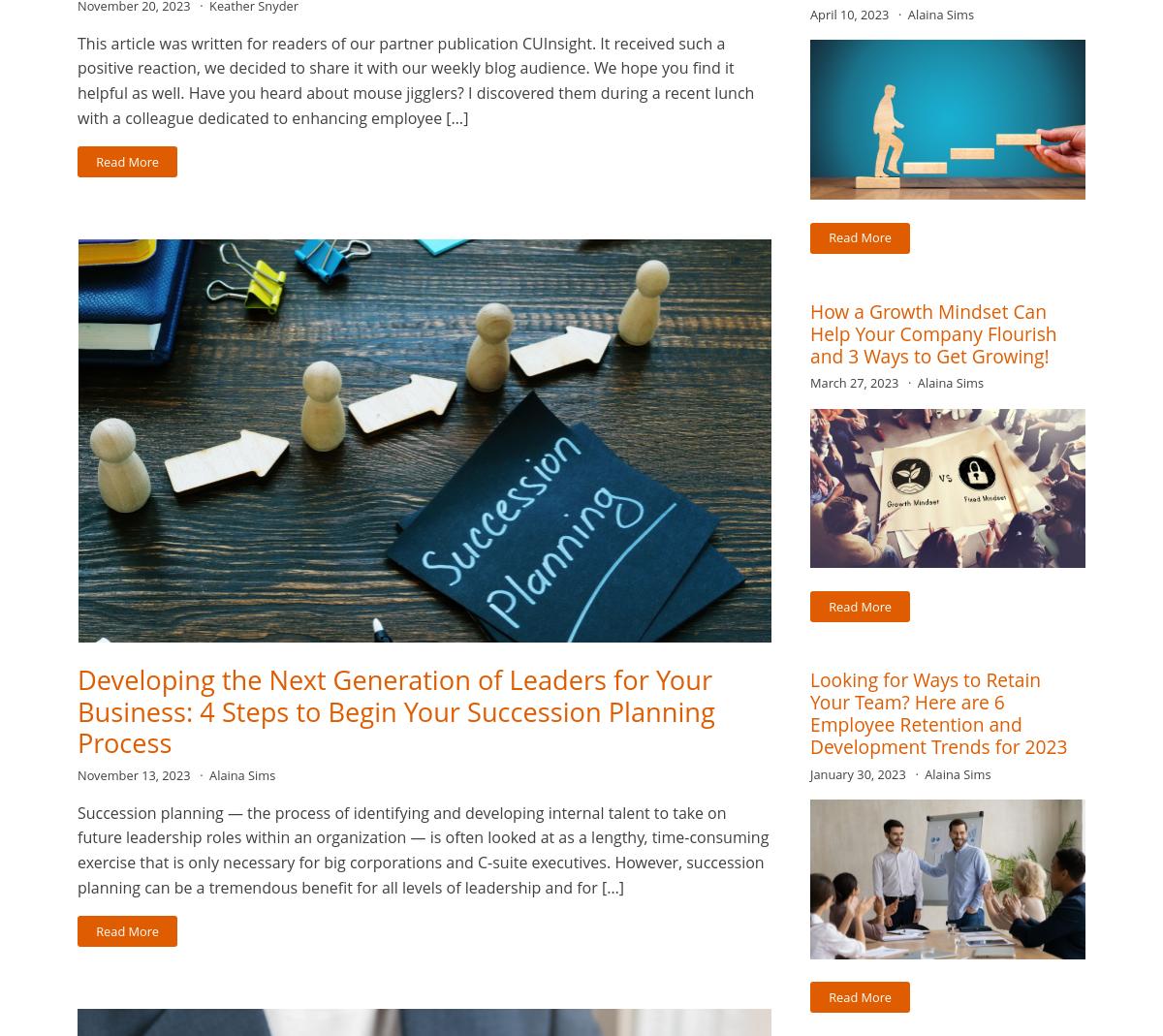 The width and height of the screenshot is (1163, 1036). I want to click on 'Succession planning — the process of identifying and developing internal talent to take on future leadership roles within an organization — is often looked at as a lengthy, time-consuming exercise that is only necessary for big corporations and C-suite executives. However, succession planning can be a tremendous benefit for all levels of leadership and for […]', so click(78, 848).